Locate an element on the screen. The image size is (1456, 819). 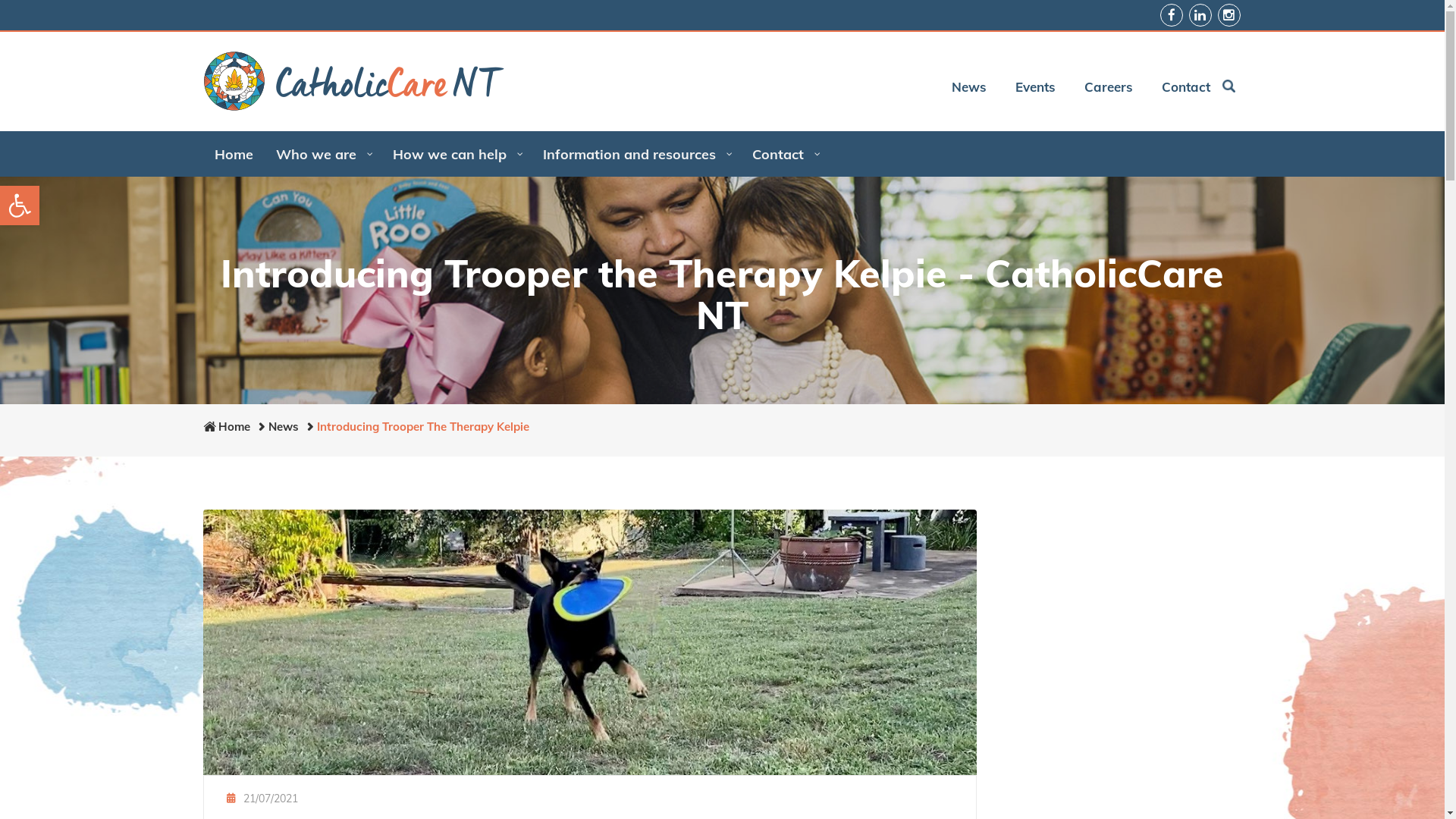
'Open toolbar is located at coordinates (19, 205).